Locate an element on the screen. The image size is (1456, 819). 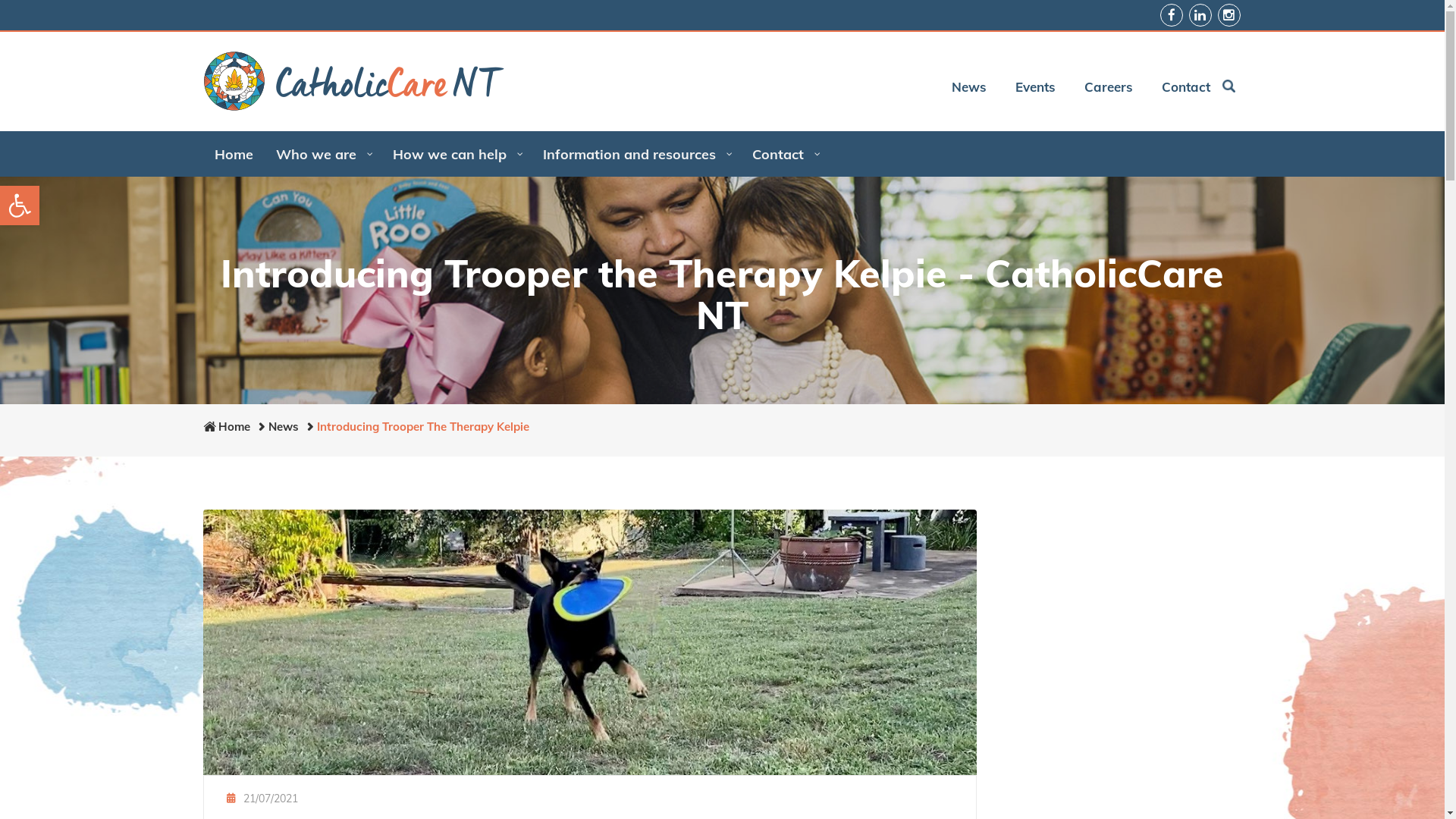
'Open toolbar is located at coordinates (19, 205).